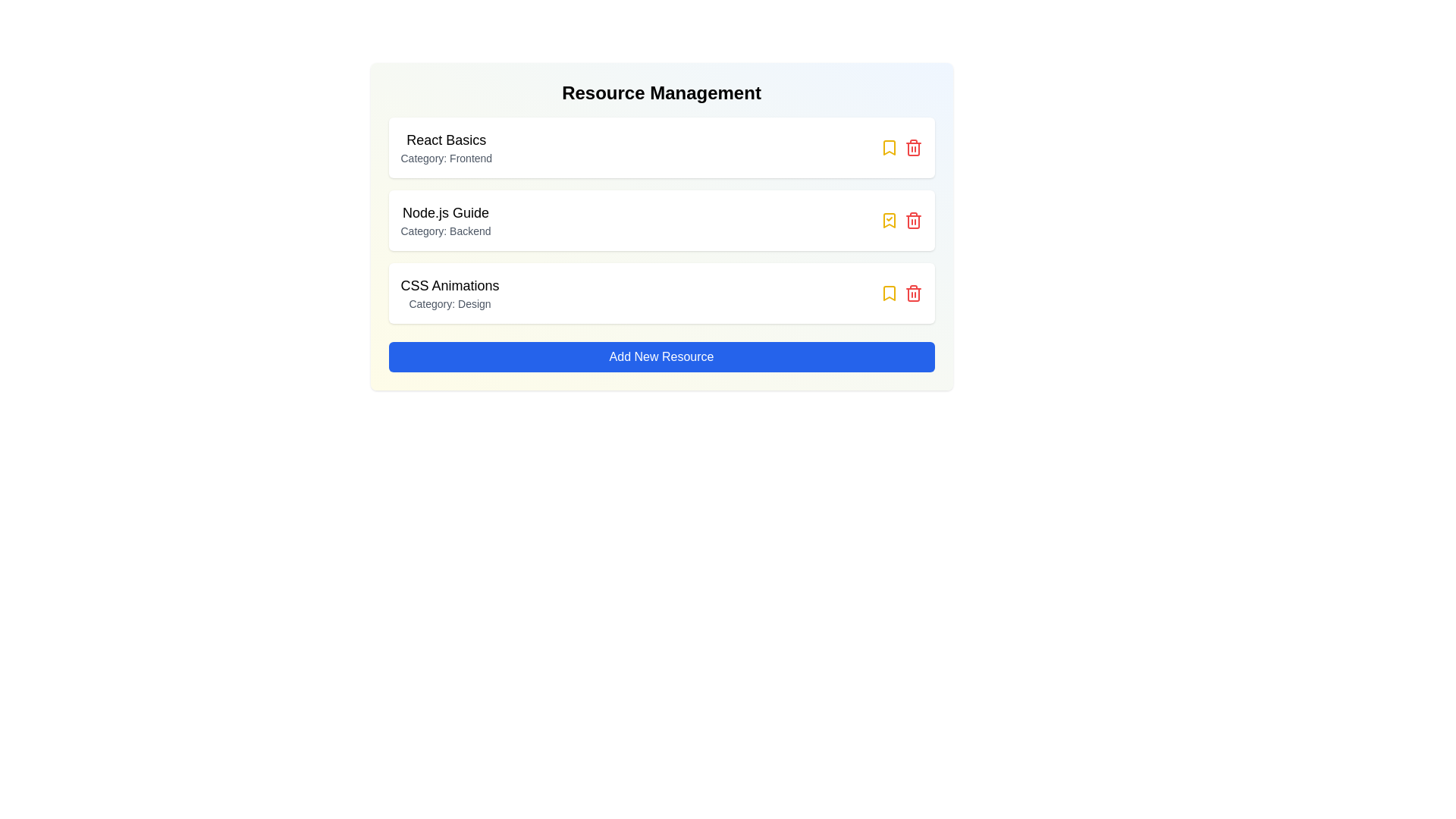 This screenshot has width=1456, height=819. What do you see at coordinates (912, 293) in the screenshot?
I see `trash icon for the resource titled 'CSS Animations'` at bounding box center [912, 293].